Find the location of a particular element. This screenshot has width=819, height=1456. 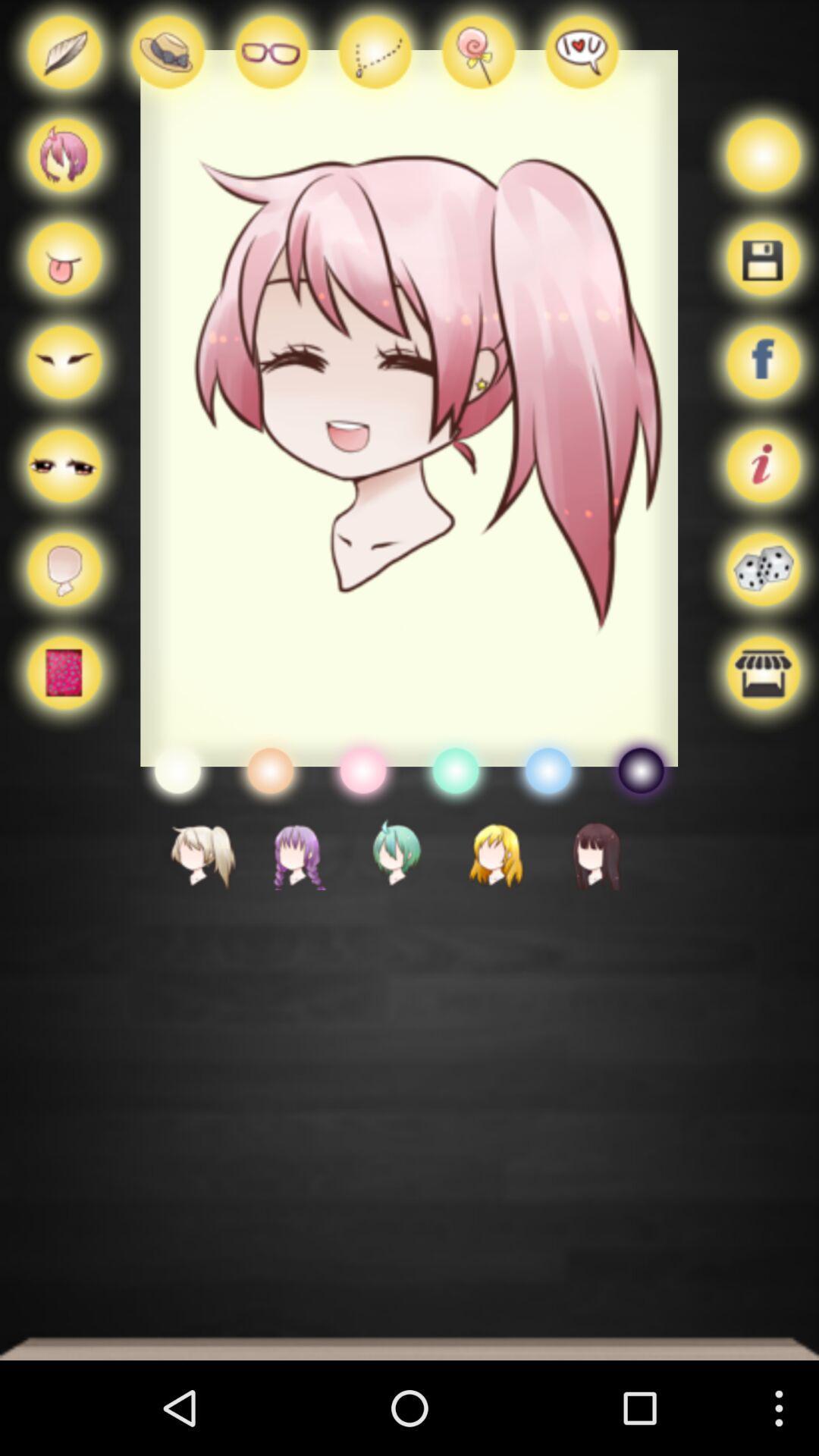

the call icon is located at coordinates (167, 61).